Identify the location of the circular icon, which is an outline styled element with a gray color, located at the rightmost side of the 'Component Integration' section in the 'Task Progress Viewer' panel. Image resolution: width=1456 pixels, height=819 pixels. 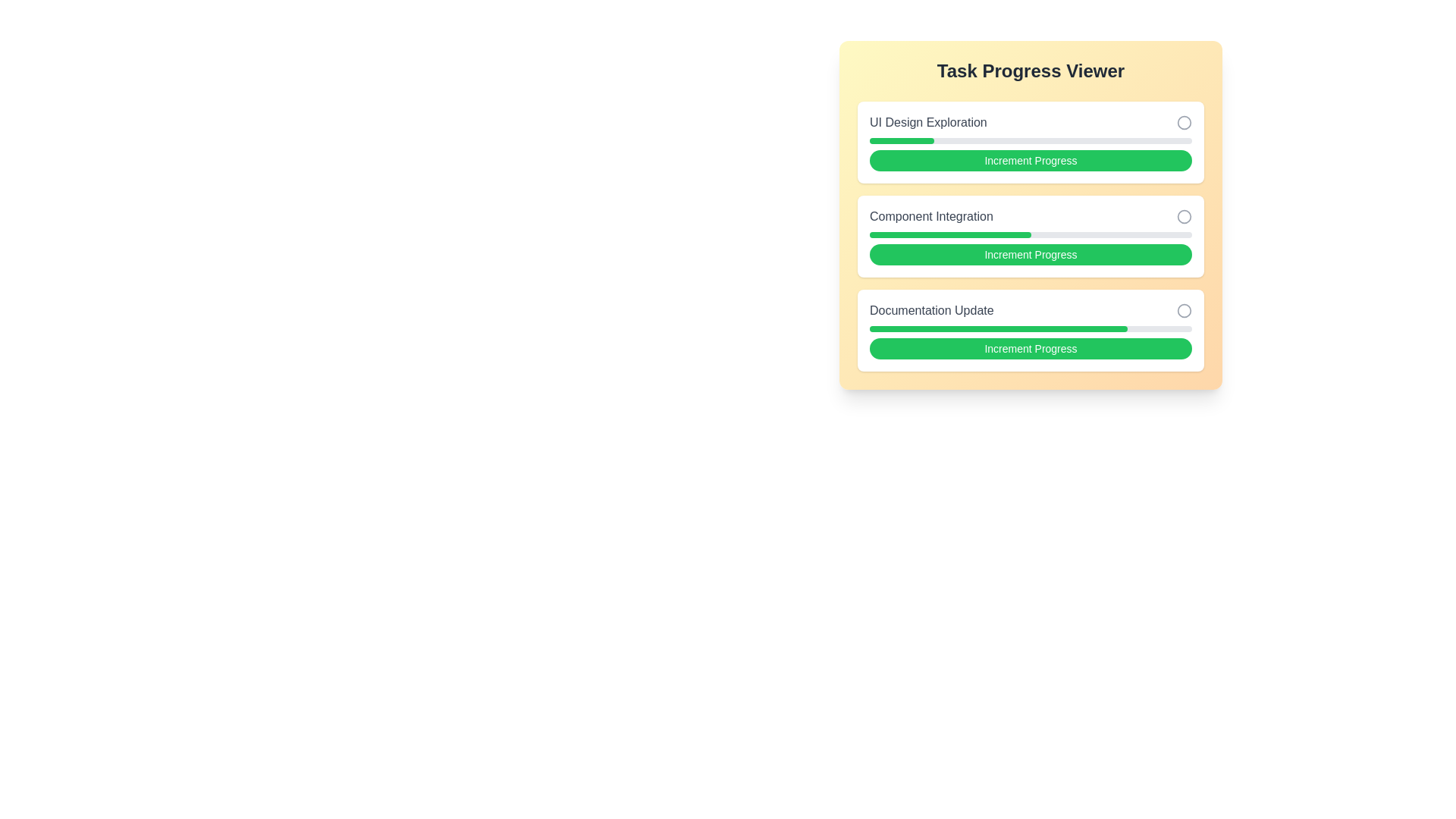
(1183, 216).